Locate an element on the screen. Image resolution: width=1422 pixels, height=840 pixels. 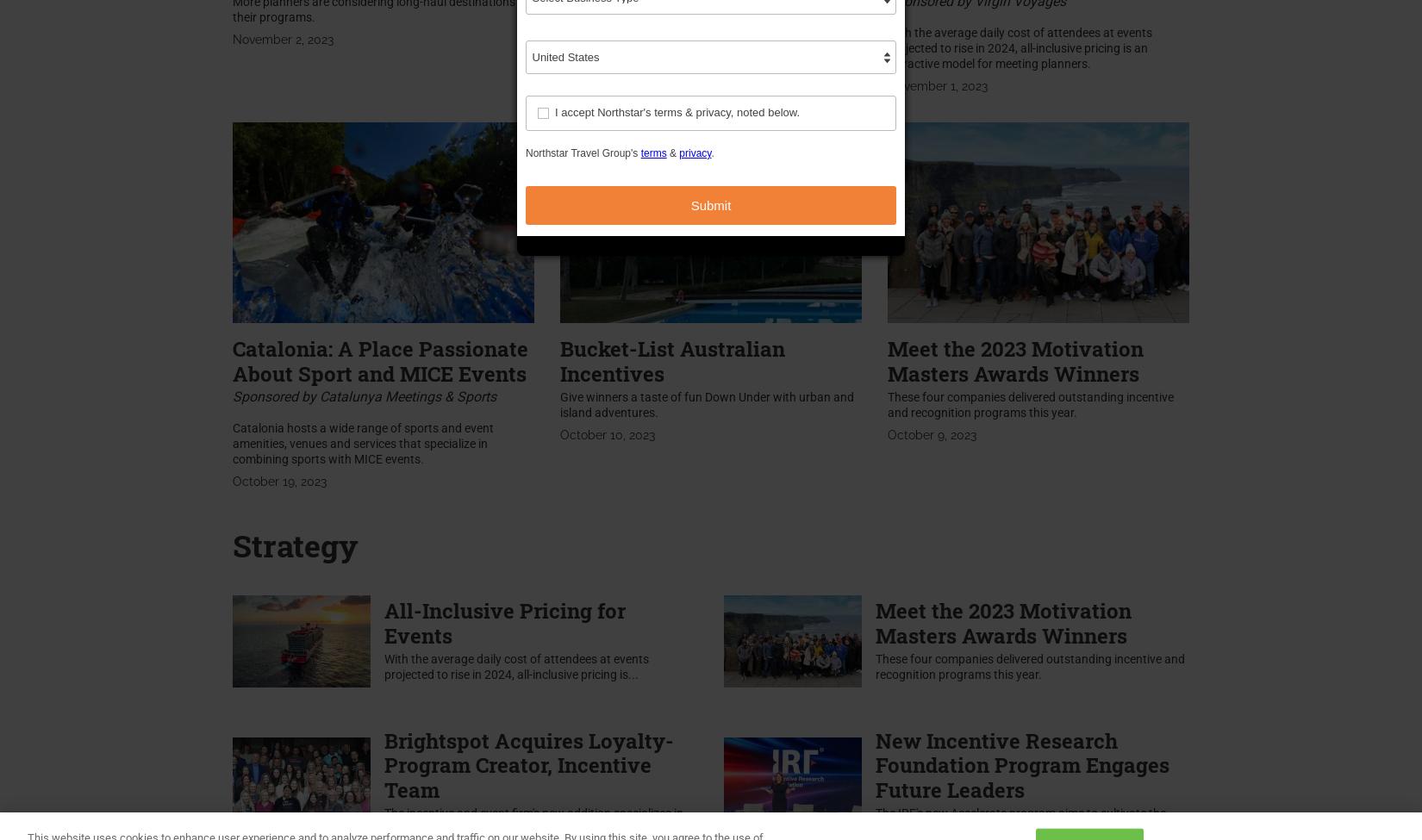
'With the average daily cost of attendees at events projected to rise in 2024, all-inclusive pricing is...' is located at coordinates (383, 665).